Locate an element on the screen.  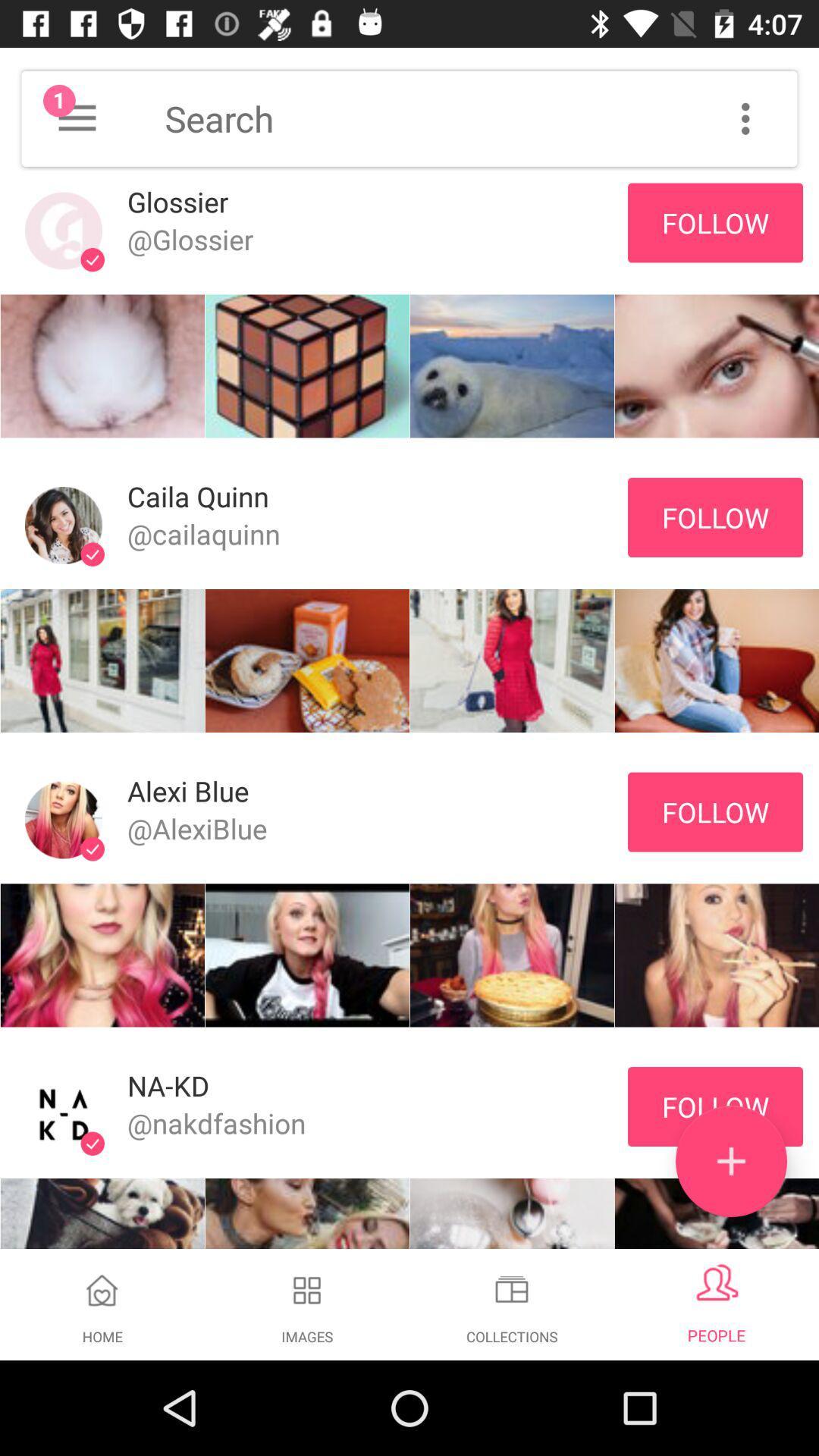
customization options is located at coordinates (745, 118).